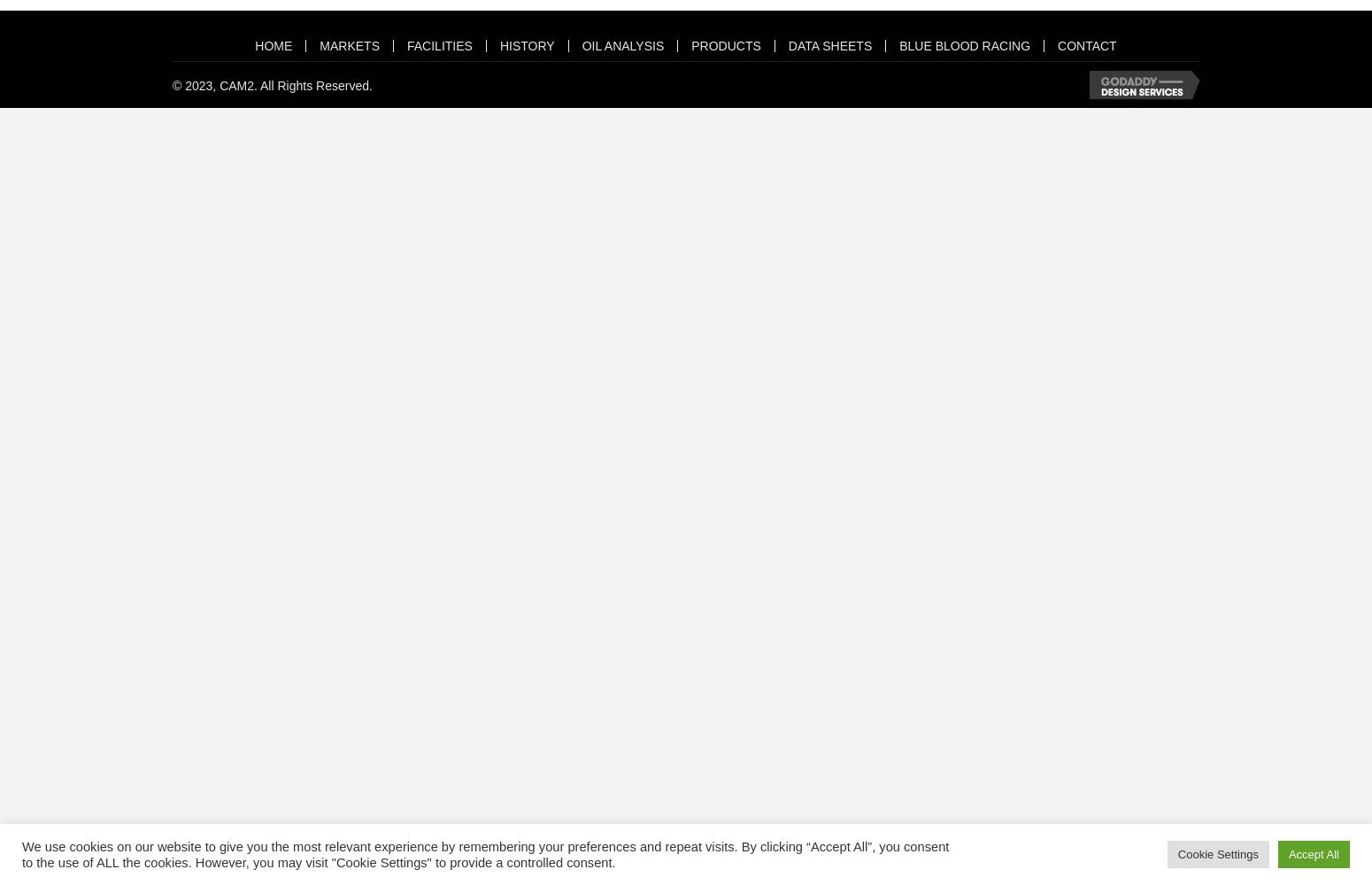 This screenshot has height=885, width=1372. What do you see at coordinates (1058, 45) in the screenshot?
I see `'CONTACT'` at bounding box center [1058, 45].